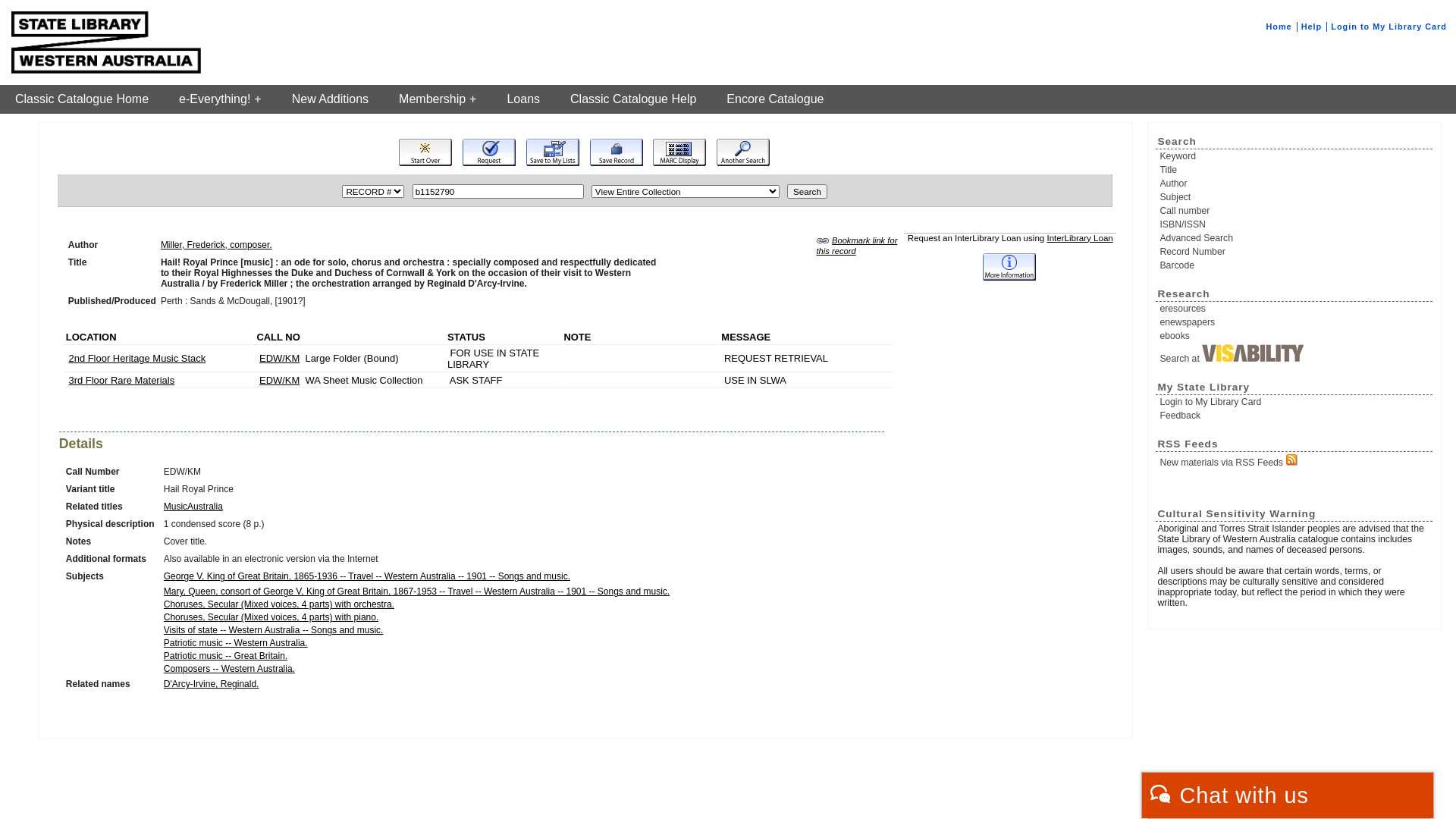  What do you see at coordinates (436, 99) in the screenshot?
I see `'Membership'` at bounding box center [436, 99].